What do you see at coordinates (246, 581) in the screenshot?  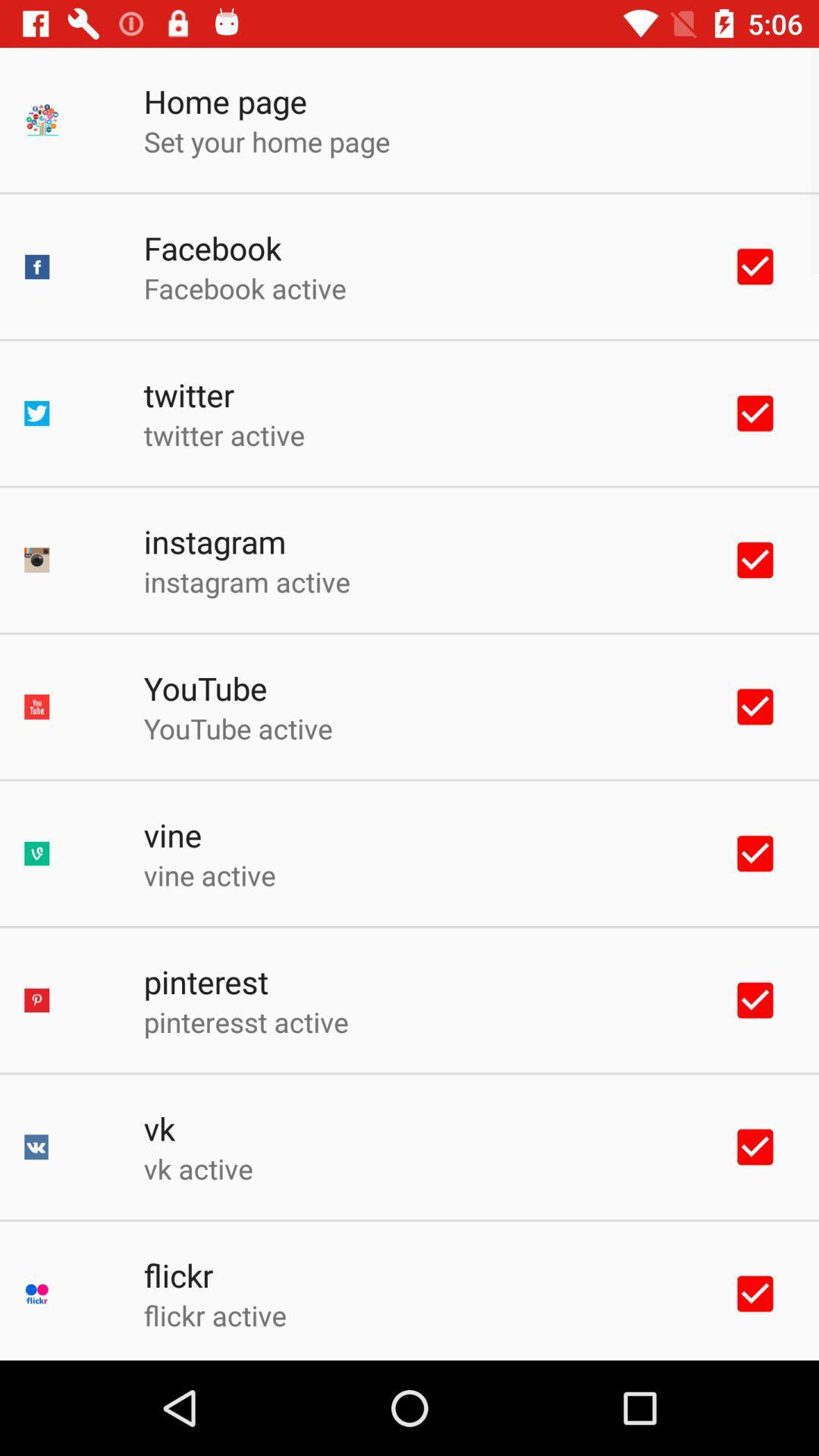 I see `instagram active icon` at bounding box center [246, 581].